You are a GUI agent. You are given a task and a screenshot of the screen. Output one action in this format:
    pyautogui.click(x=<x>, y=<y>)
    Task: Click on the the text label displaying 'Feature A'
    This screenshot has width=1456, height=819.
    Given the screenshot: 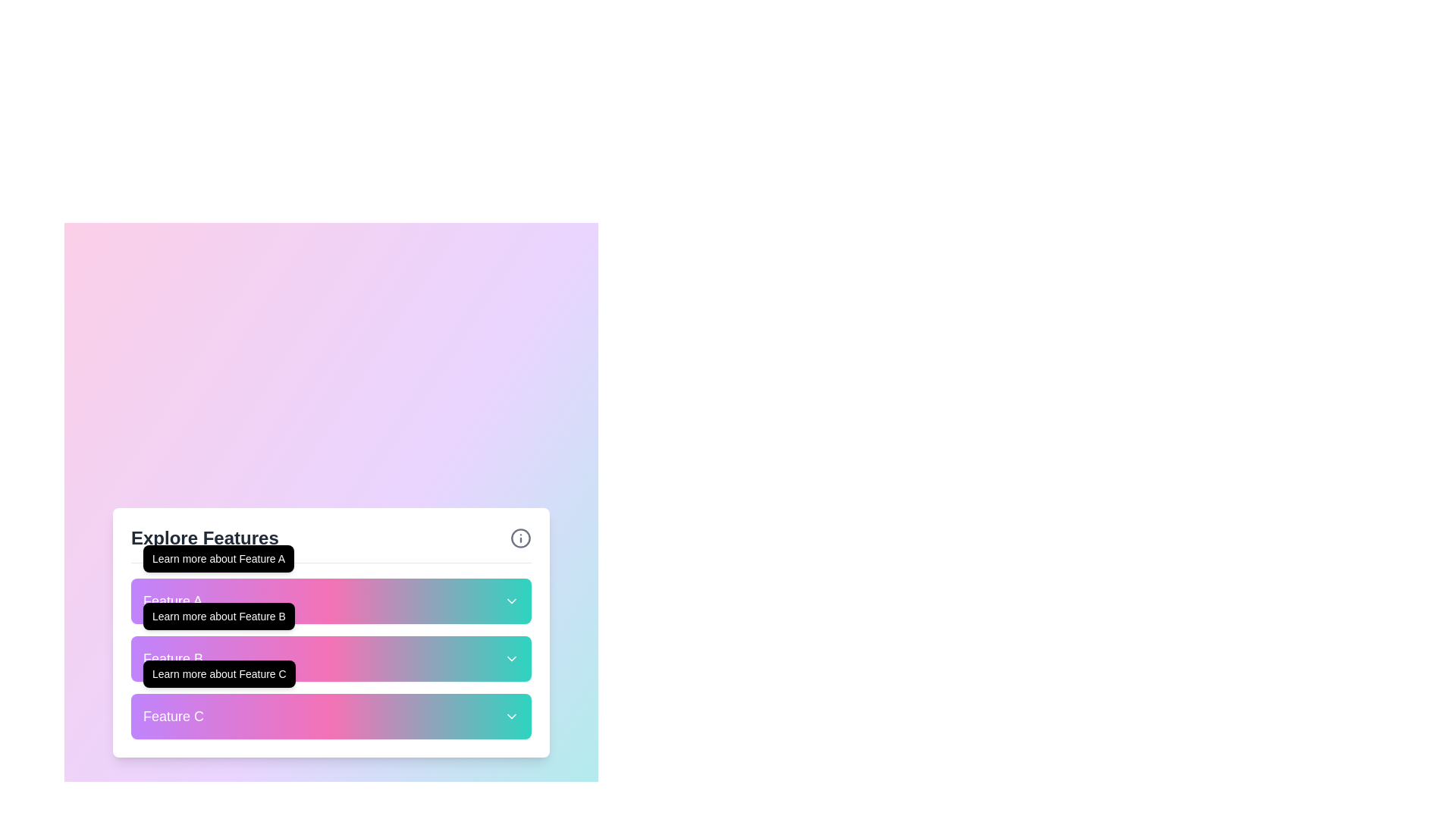 What is the action you would take?
    pyautogui.click(x=173, y=600)
    